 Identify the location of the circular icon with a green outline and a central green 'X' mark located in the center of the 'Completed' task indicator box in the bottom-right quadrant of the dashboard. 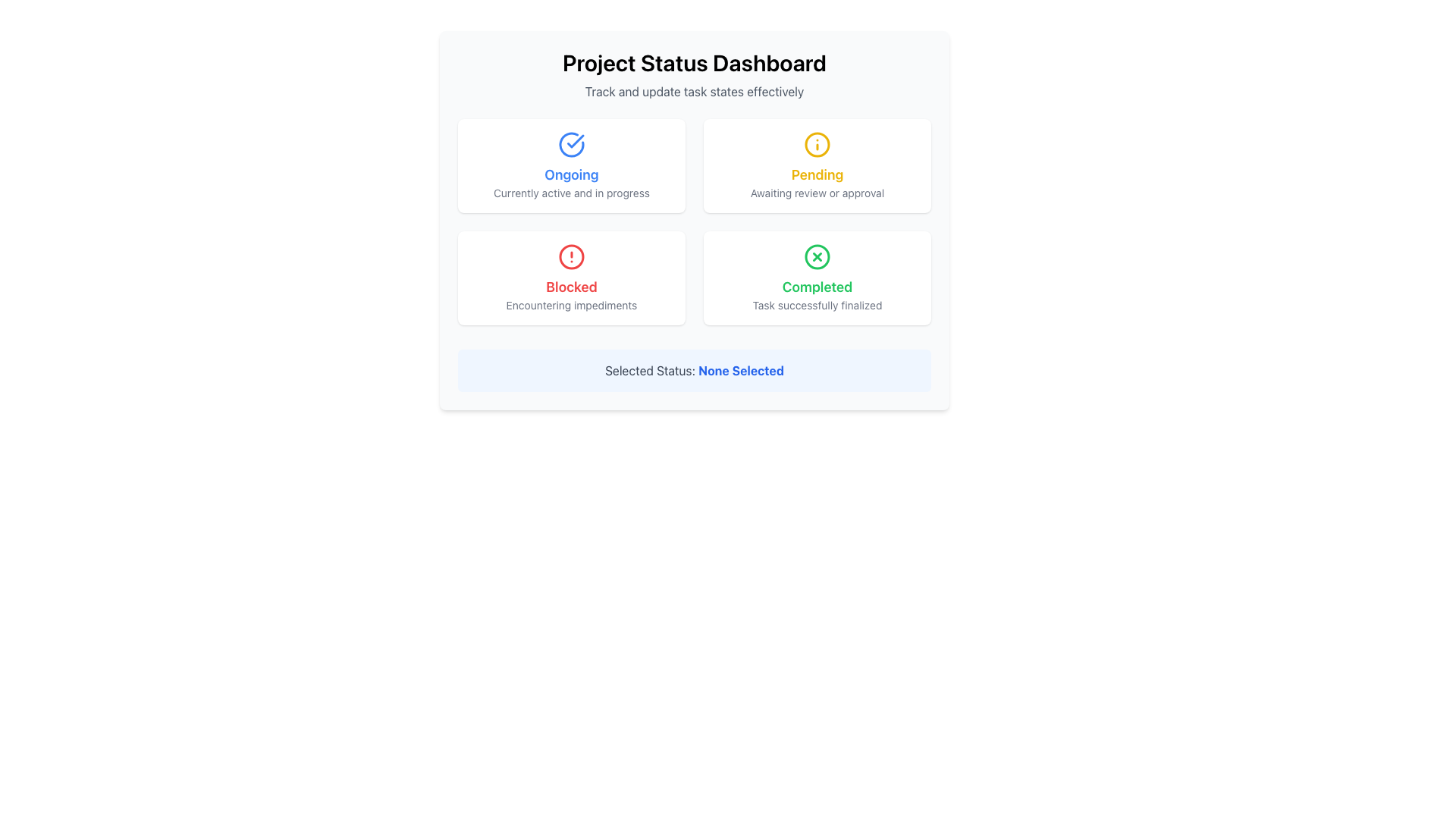
(817, 256).